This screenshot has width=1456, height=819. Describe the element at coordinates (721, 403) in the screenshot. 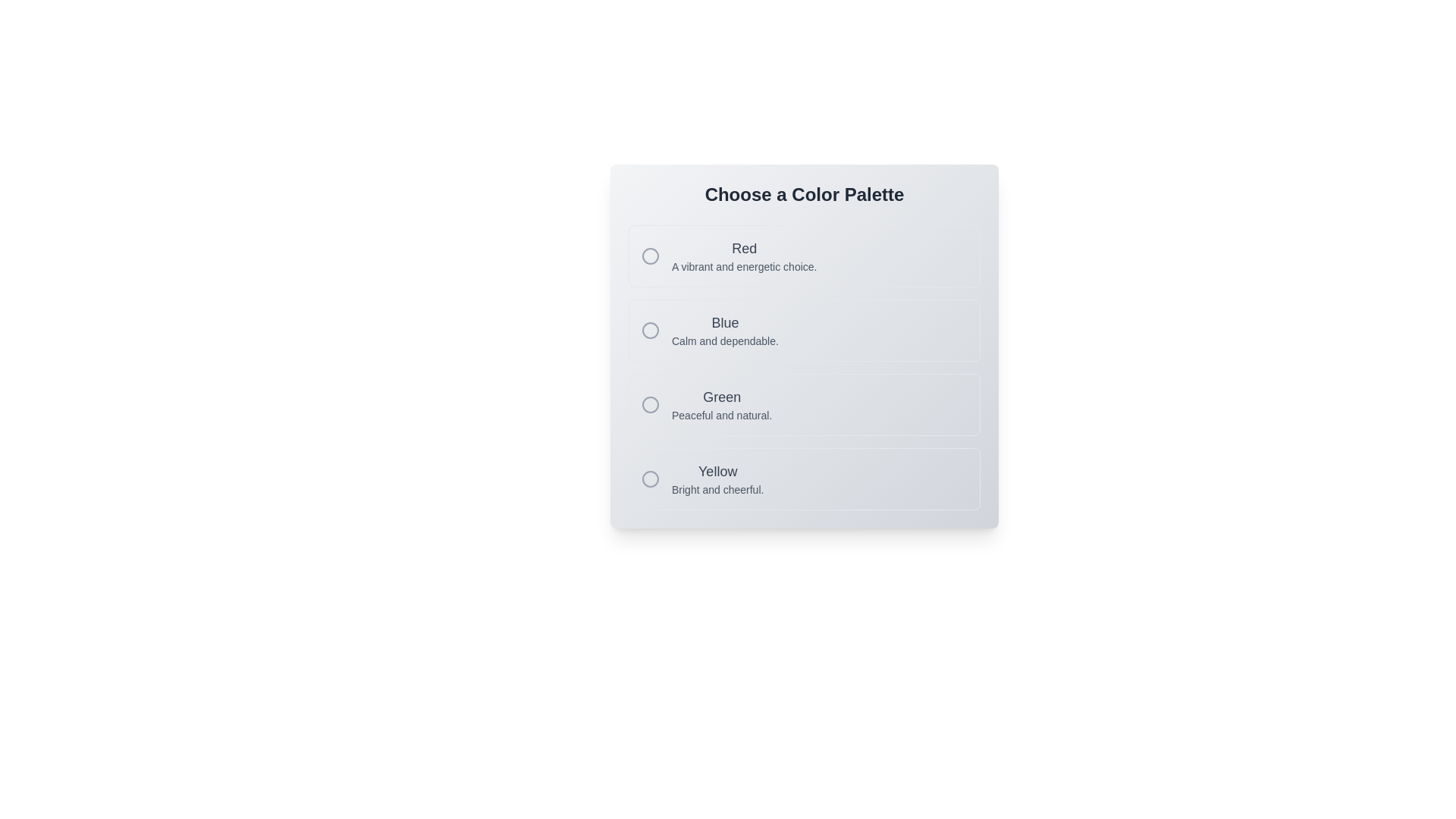

I see `the text block that provides the title and description for the 'Green' option within the color palette selection interface, located between the 'Blue' and 'Yellow' options` at that location.